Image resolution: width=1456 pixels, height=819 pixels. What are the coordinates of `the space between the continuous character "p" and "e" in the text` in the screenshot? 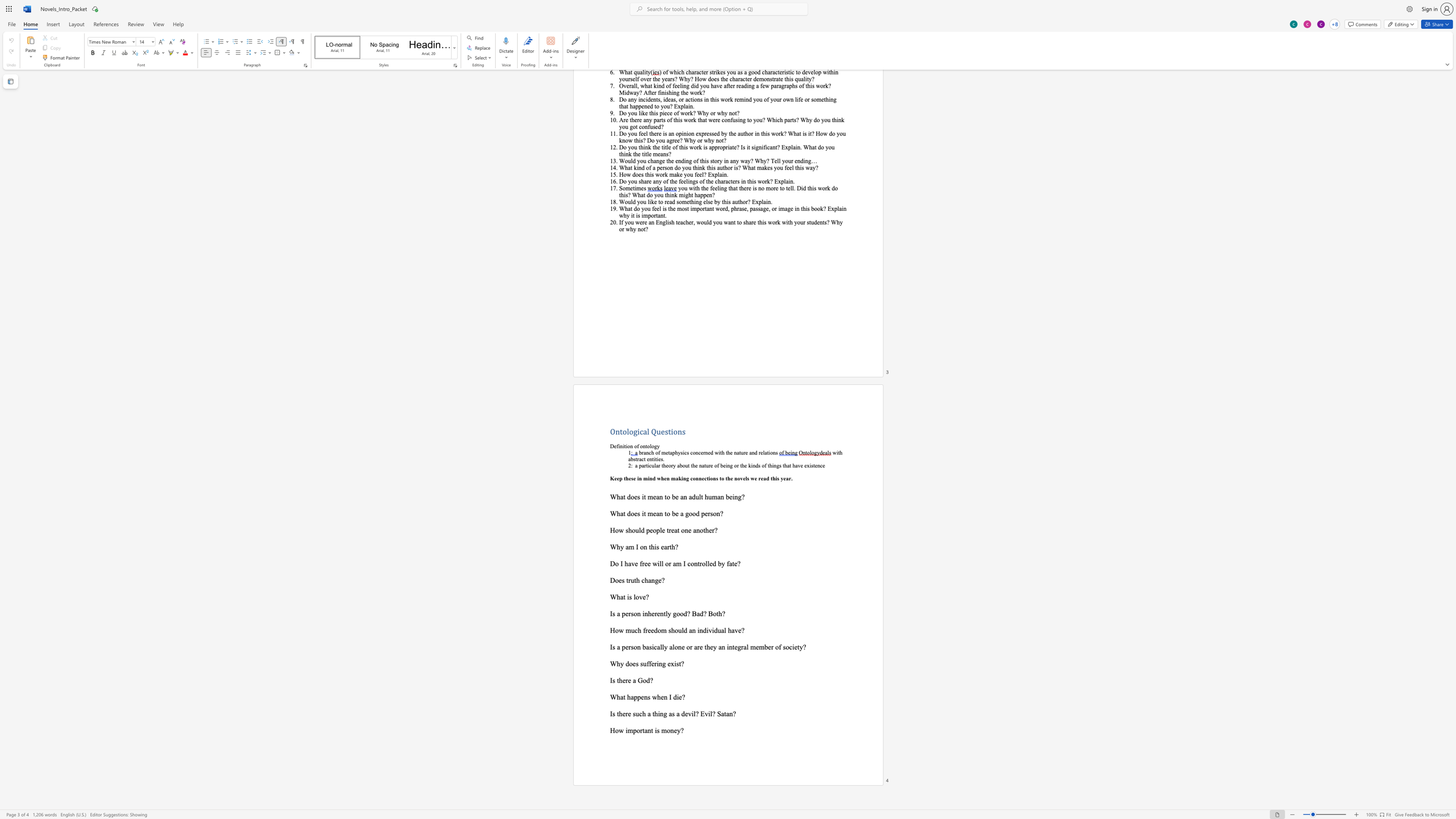 It's located at (640, 696).